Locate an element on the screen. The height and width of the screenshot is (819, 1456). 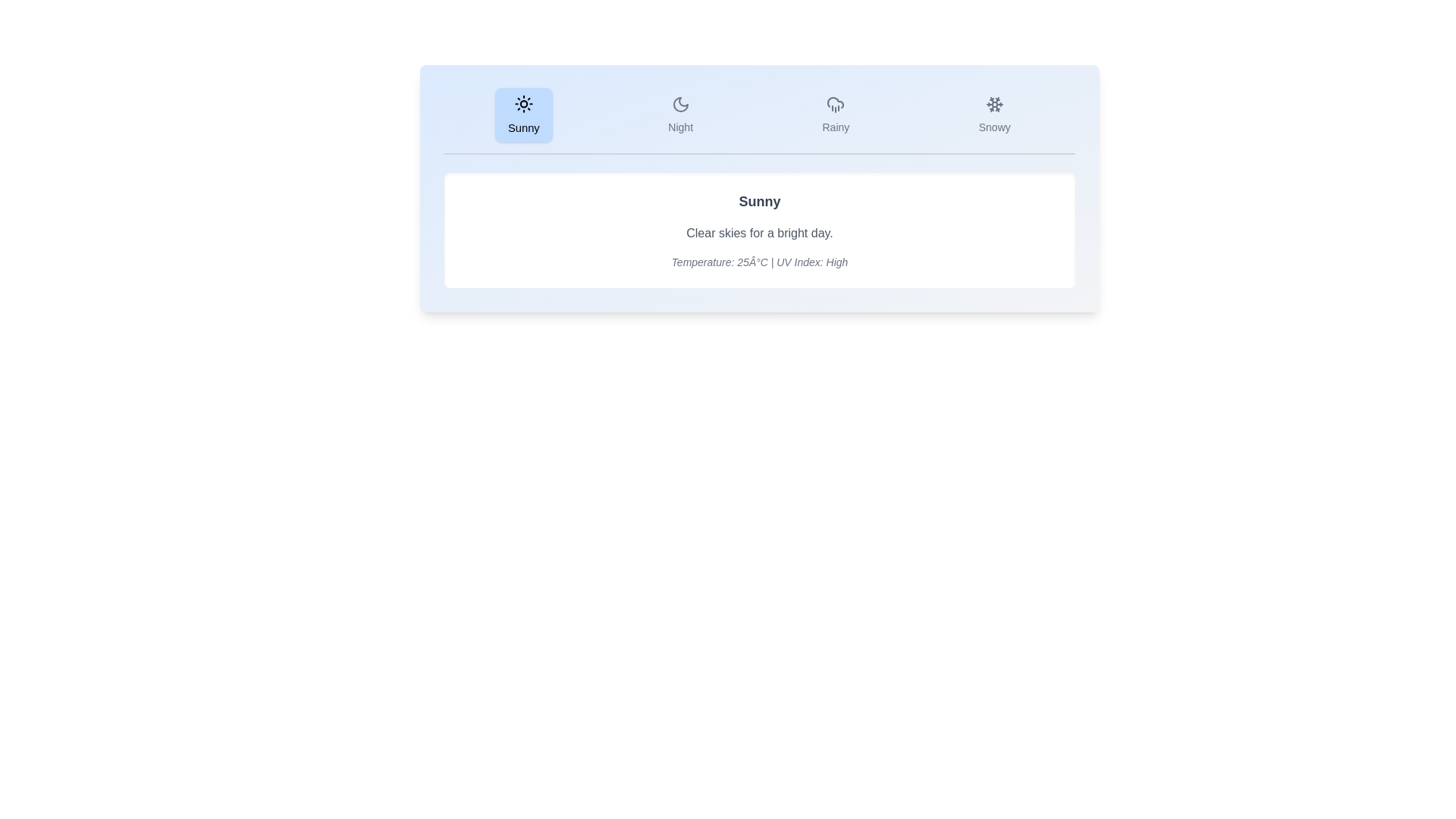
the tab corresponding to Night to activate it is located at coordinates (679, 114).